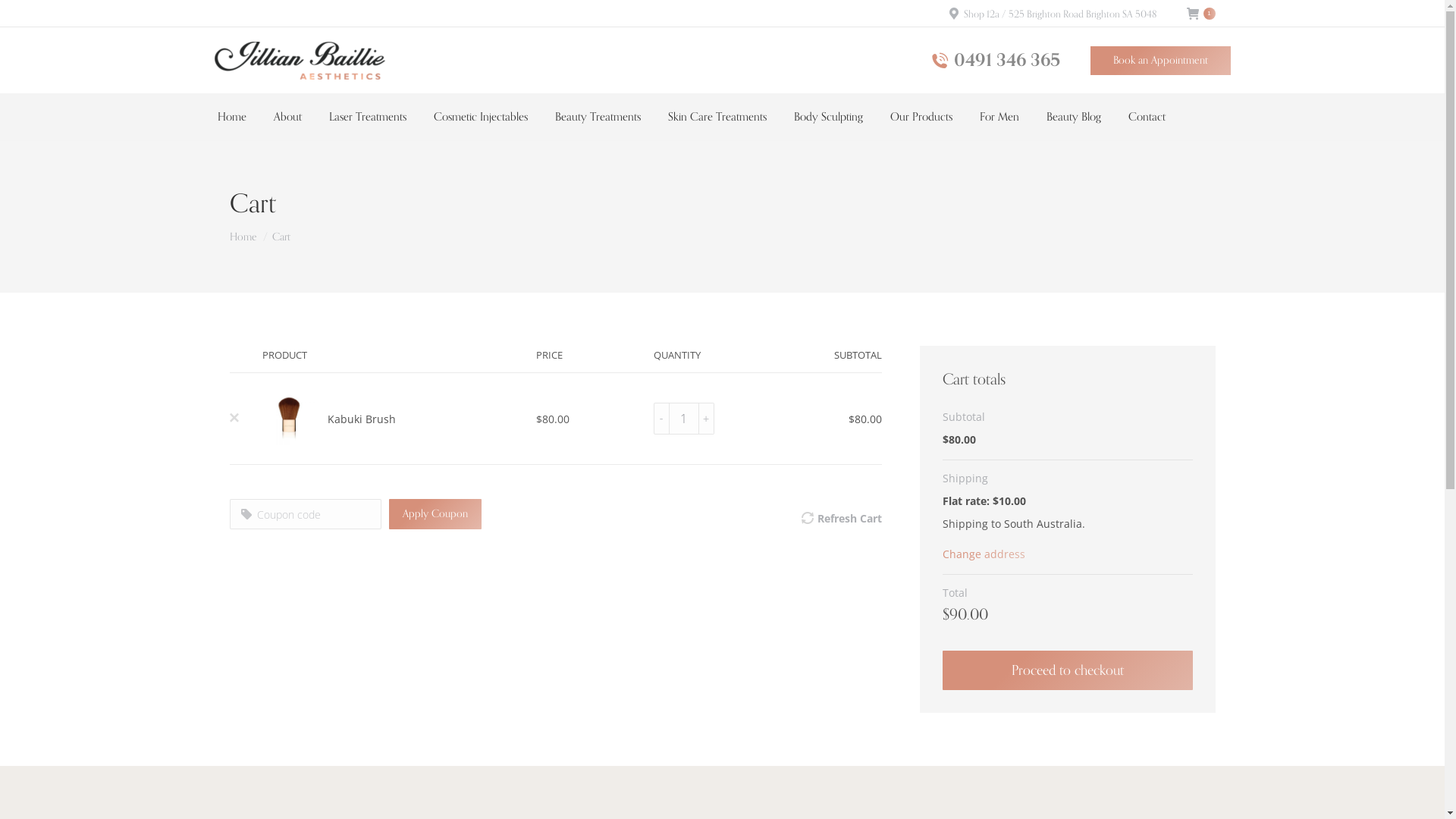  I want to click on 'Body Sculpting', so click(827, 116).